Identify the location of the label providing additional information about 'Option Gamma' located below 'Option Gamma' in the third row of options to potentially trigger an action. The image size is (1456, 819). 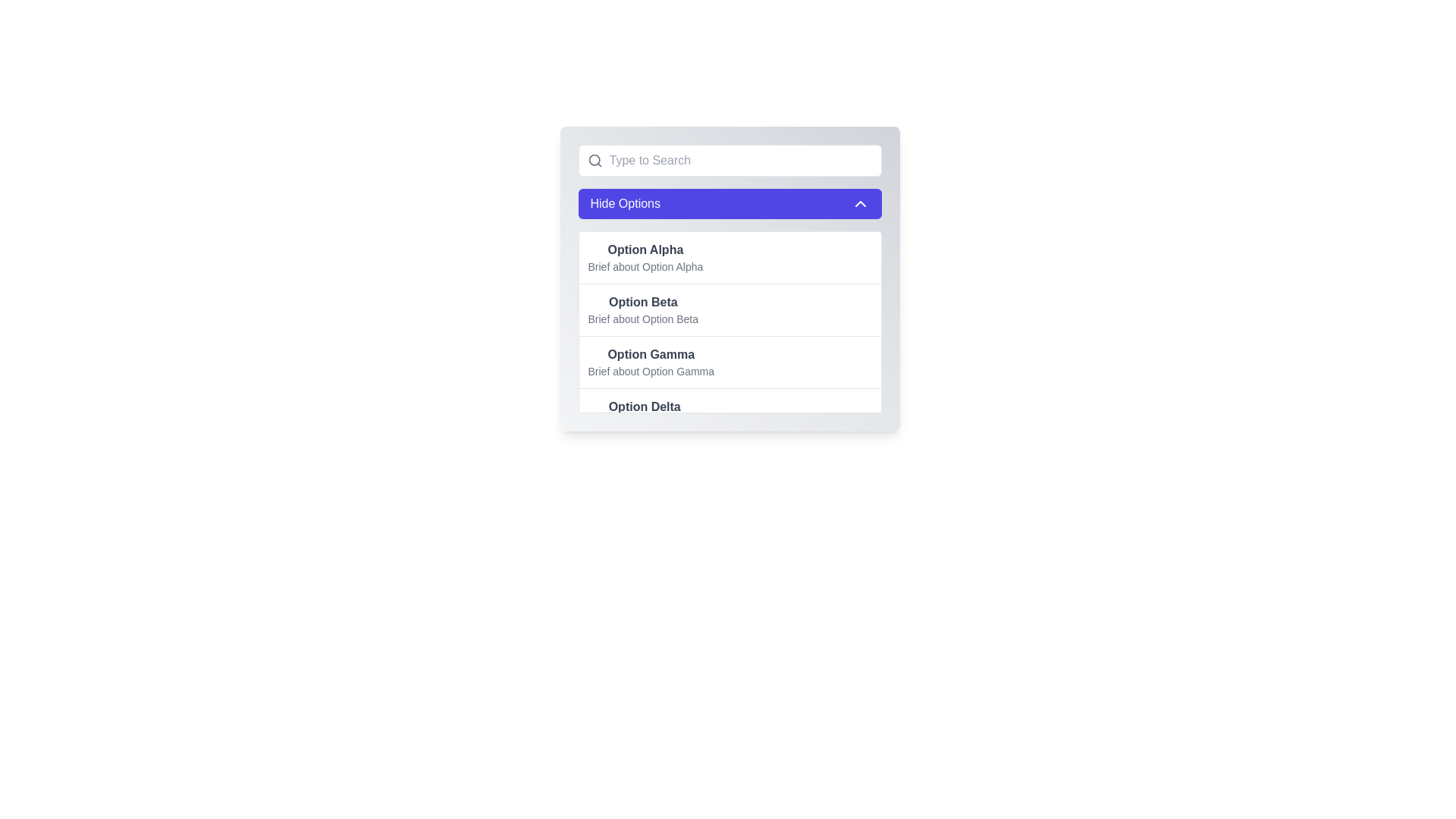
(651, 371).